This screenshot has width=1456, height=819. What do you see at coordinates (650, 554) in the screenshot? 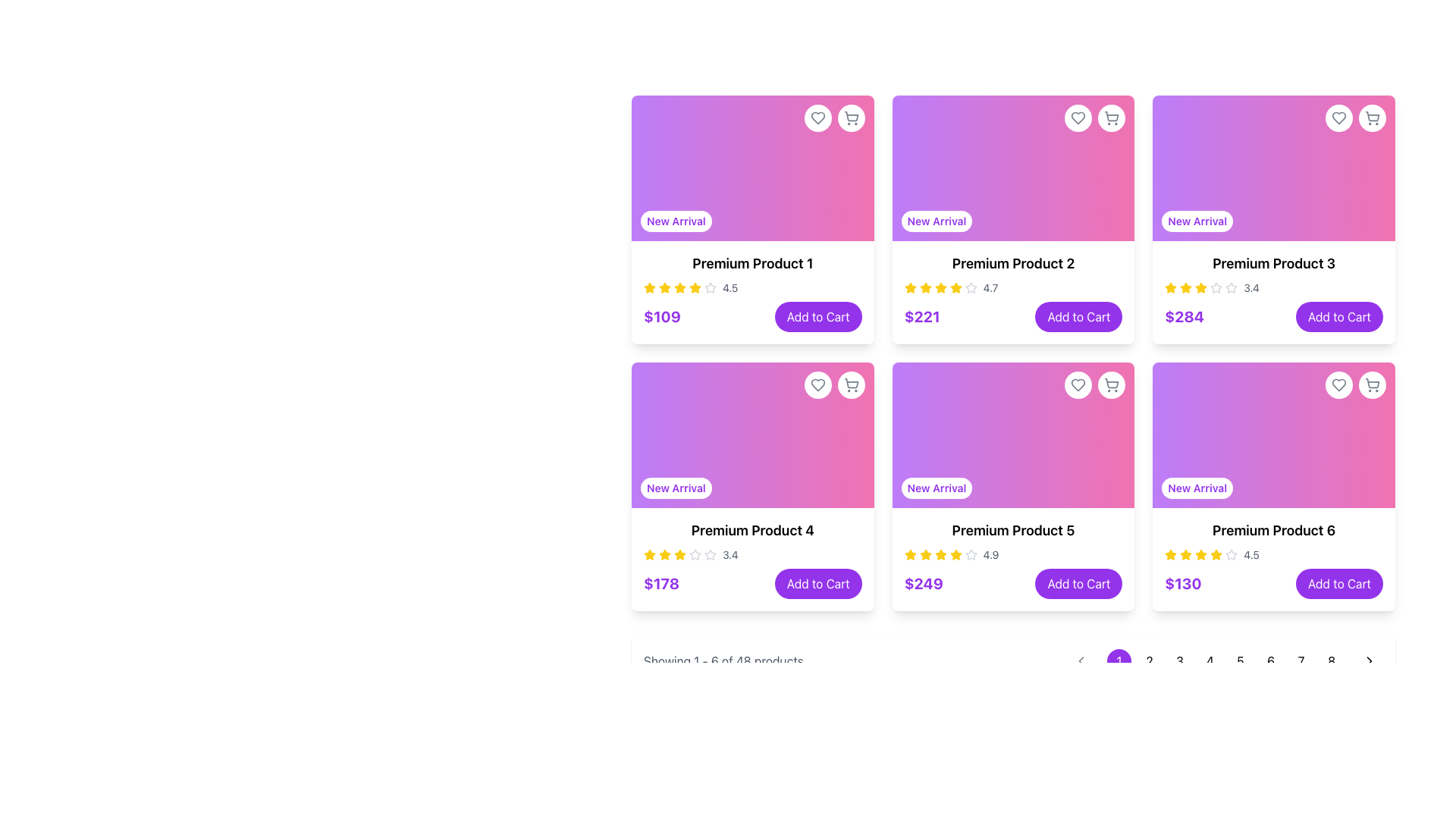
I see `the active yellow star icon in the rating section of the 'Premium Product 4' card to indicate focus` at bounding box center [650, 554].